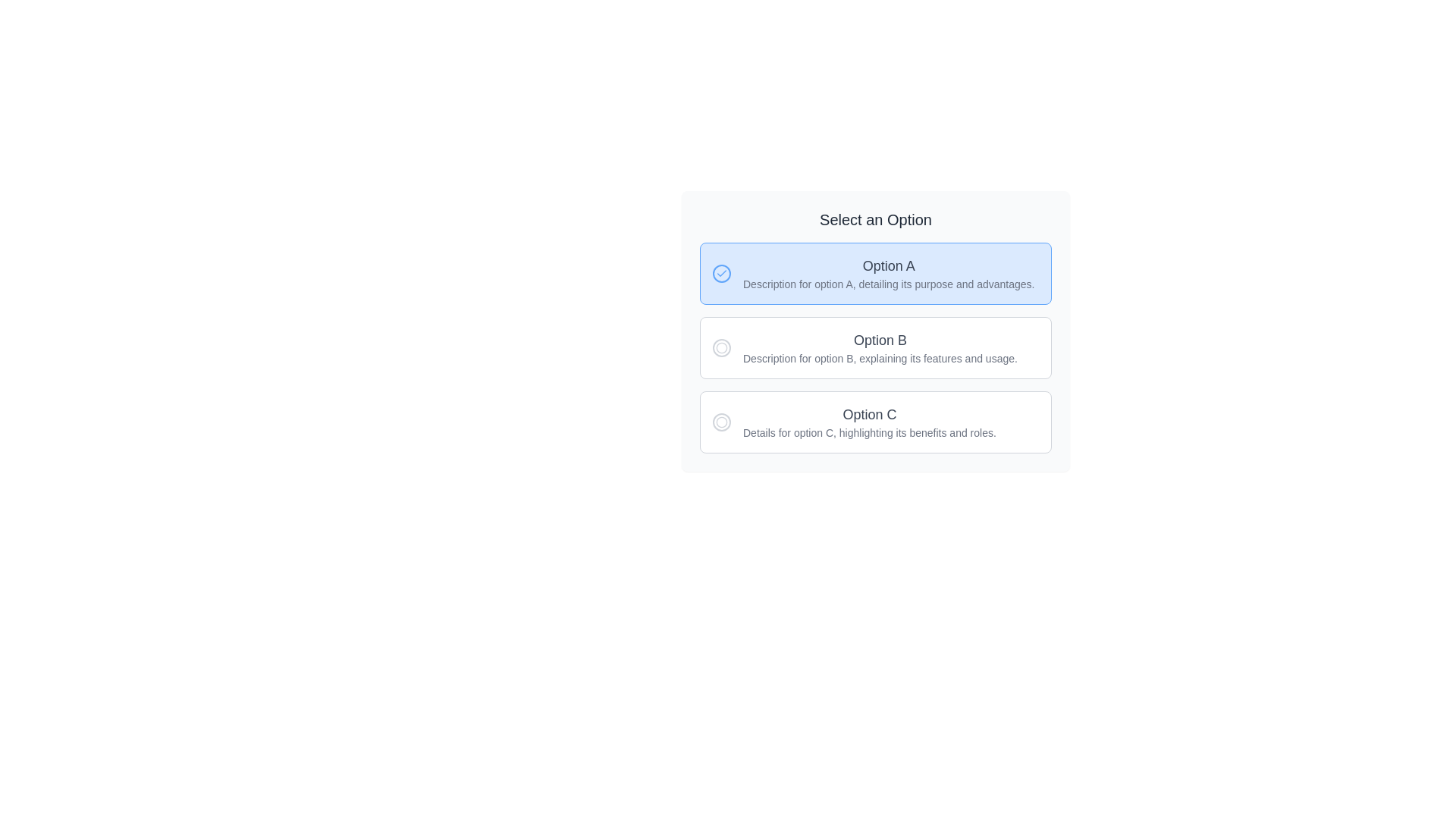 This screenshot has width=1456, height=819. Describe the element at coordinates (870, 432) in the screenshot. I see `the text block that provides descriptive information for 'Option C', located directly beneath the 'Option C' title within the third option entry` at that location.